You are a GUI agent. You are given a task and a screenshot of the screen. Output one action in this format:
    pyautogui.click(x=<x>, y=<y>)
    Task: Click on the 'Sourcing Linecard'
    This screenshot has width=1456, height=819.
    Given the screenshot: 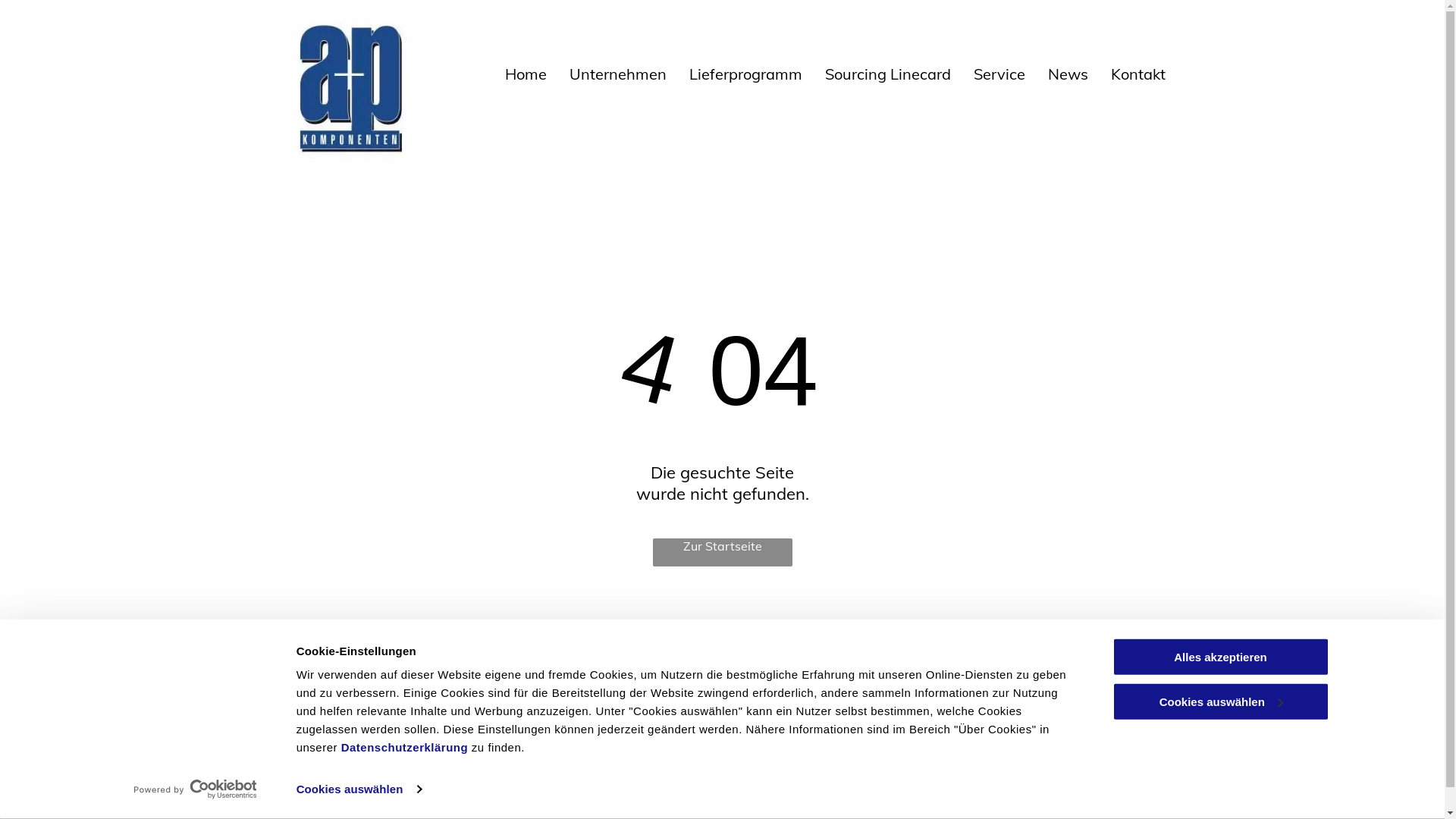 What is the action you would take?
    pyautogui.click(x=801, y=74)
    